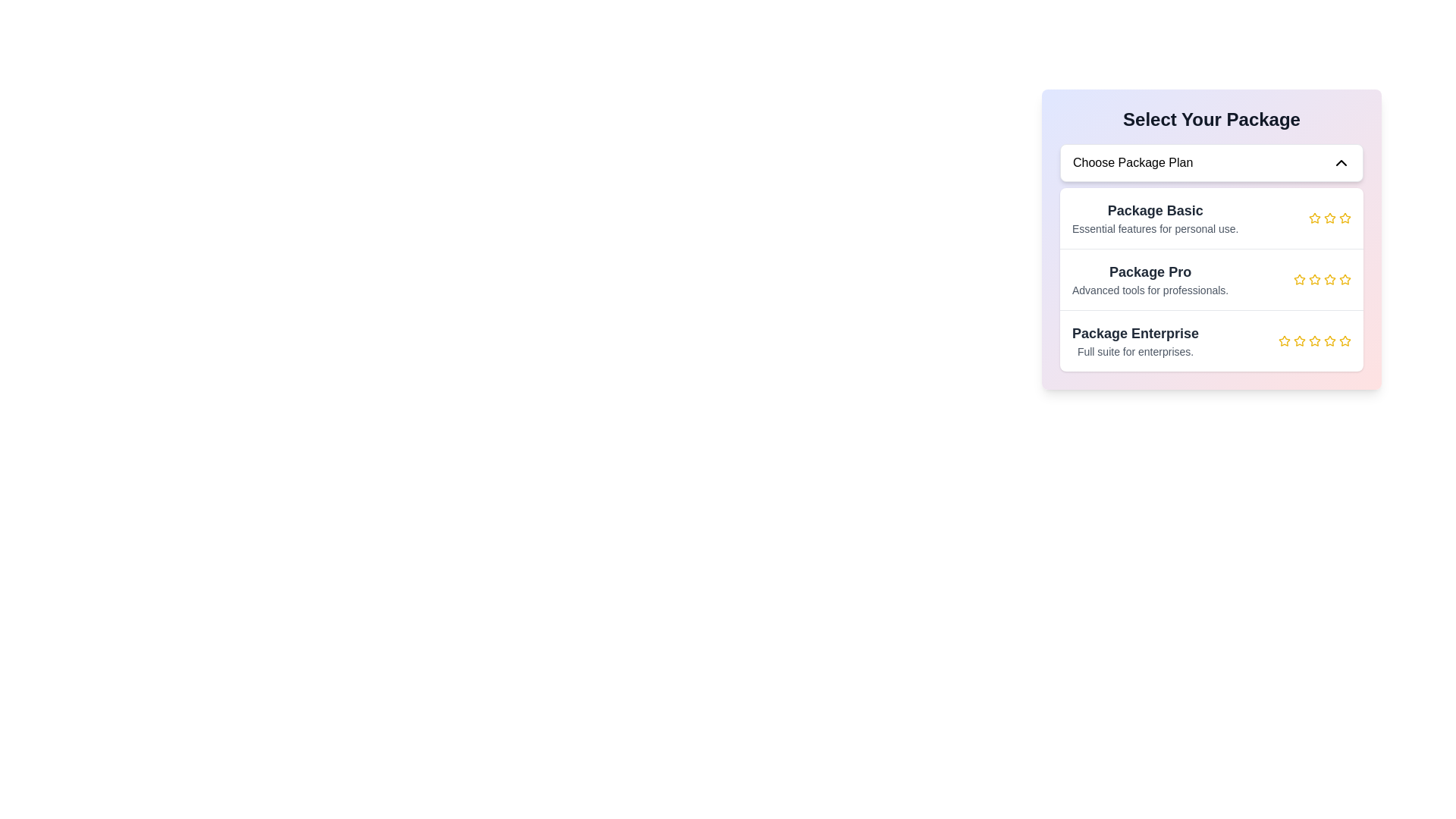 This screenshot has height=819, width=1456. What do you see at coordinates (1329, 279) in the screenshot?
I see `the second Rating Star Icon in the 'Package Pro' section to assign a rating` at bounding box center [1329, 279].